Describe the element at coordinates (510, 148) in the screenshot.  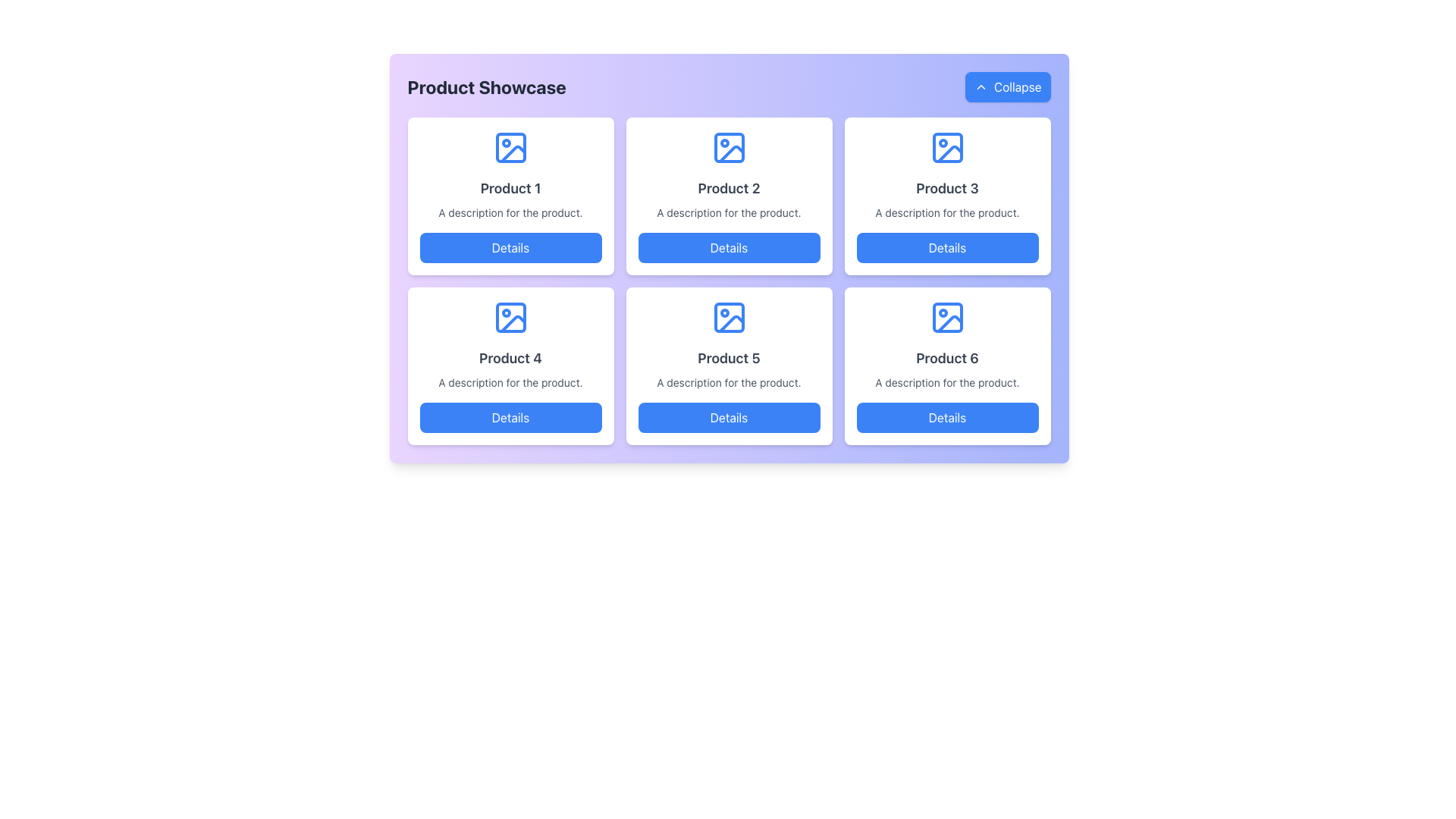
I see `the decorative rectangle with rounded corners that serves as the base layer of the image placeholder icon in the first Product card labeled 'Product 1'` at that location.